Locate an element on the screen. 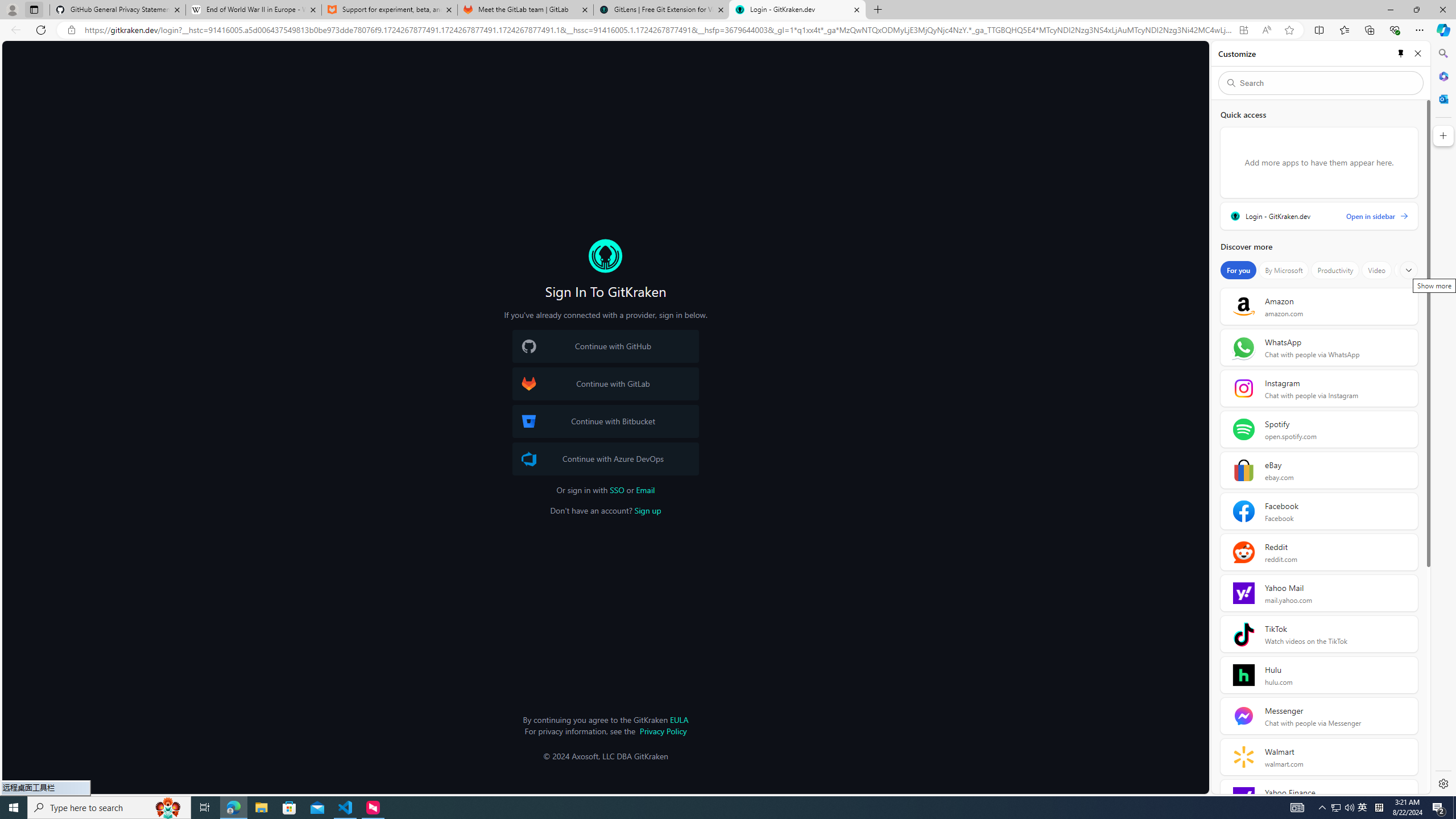 The image size is (1456, 819). 'Email' is located at coordinates (645, 490).